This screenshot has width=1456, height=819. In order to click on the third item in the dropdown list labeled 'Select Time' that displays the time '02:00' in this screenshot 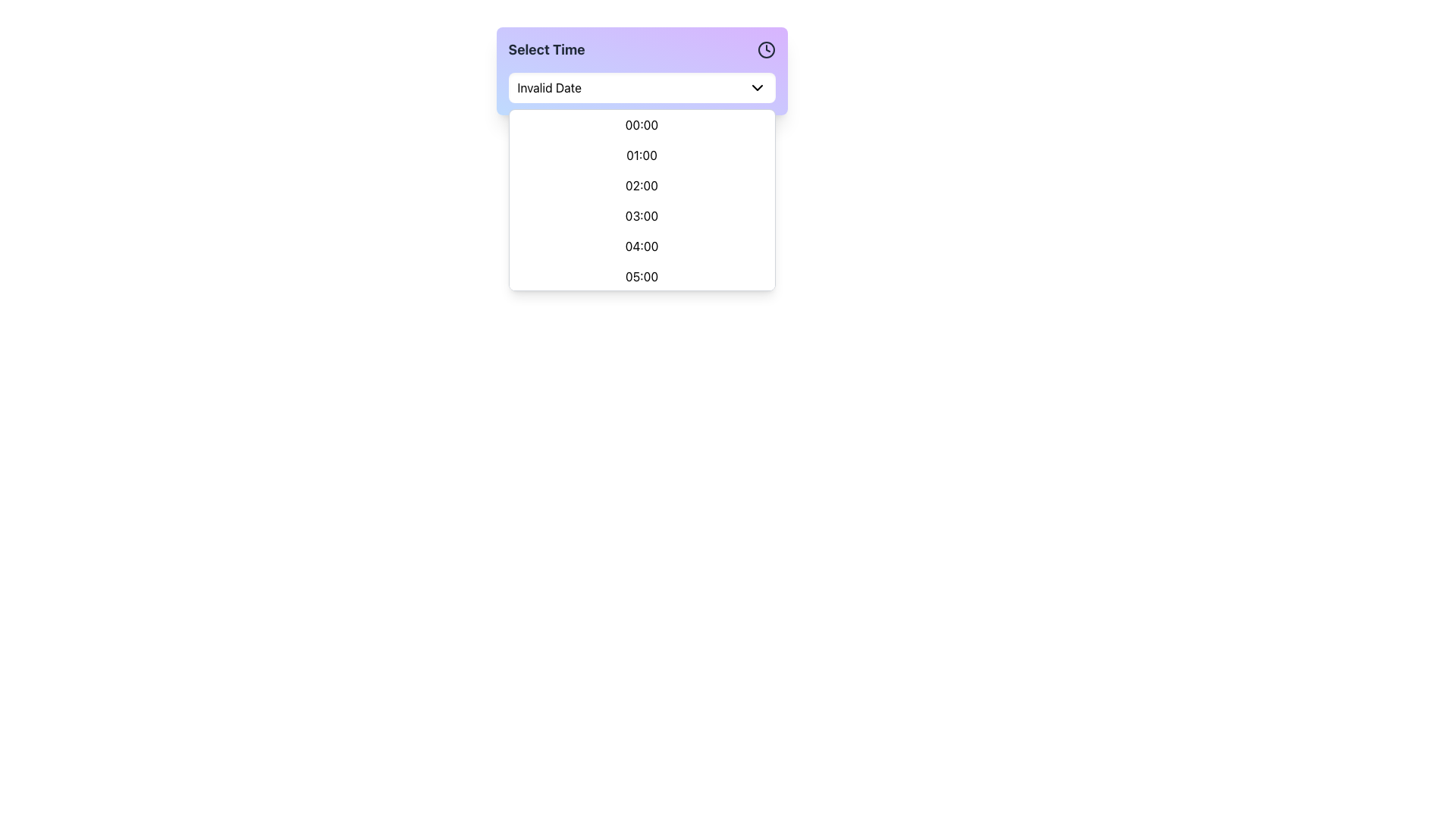, I will do `click(642, 199)`.